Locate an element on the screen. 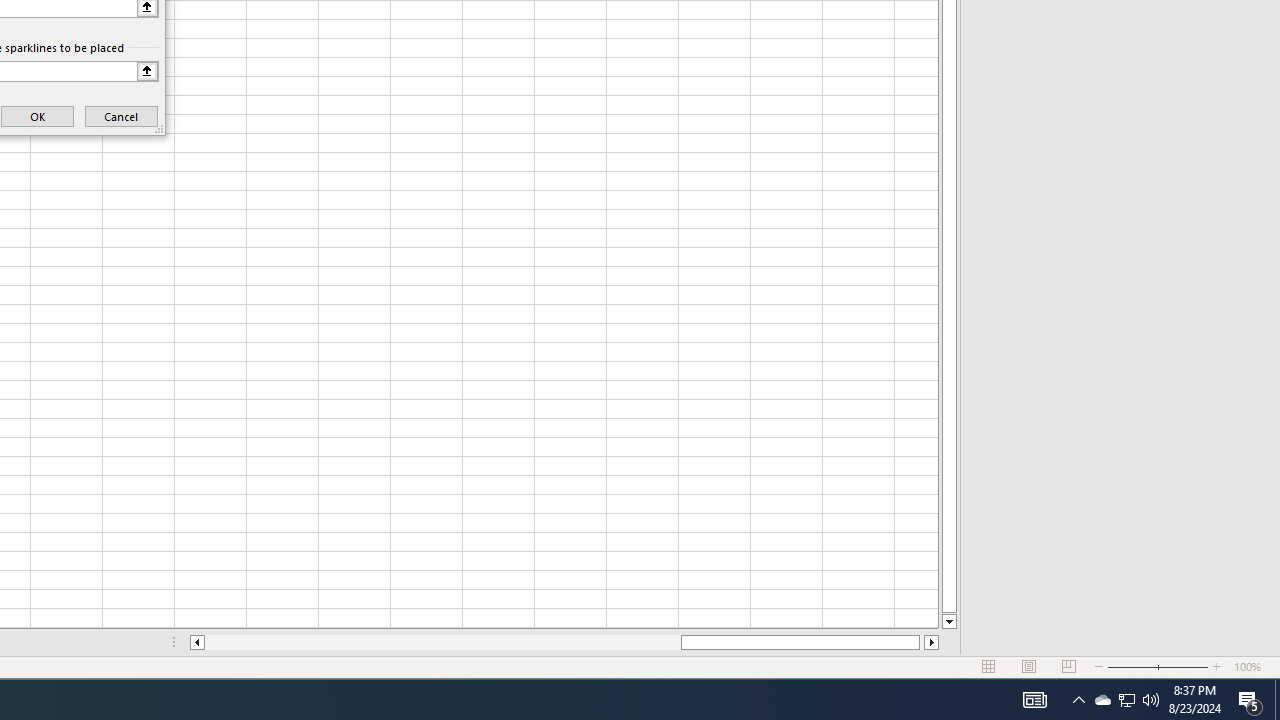  'Page left' is located at coordinates (441, 642).